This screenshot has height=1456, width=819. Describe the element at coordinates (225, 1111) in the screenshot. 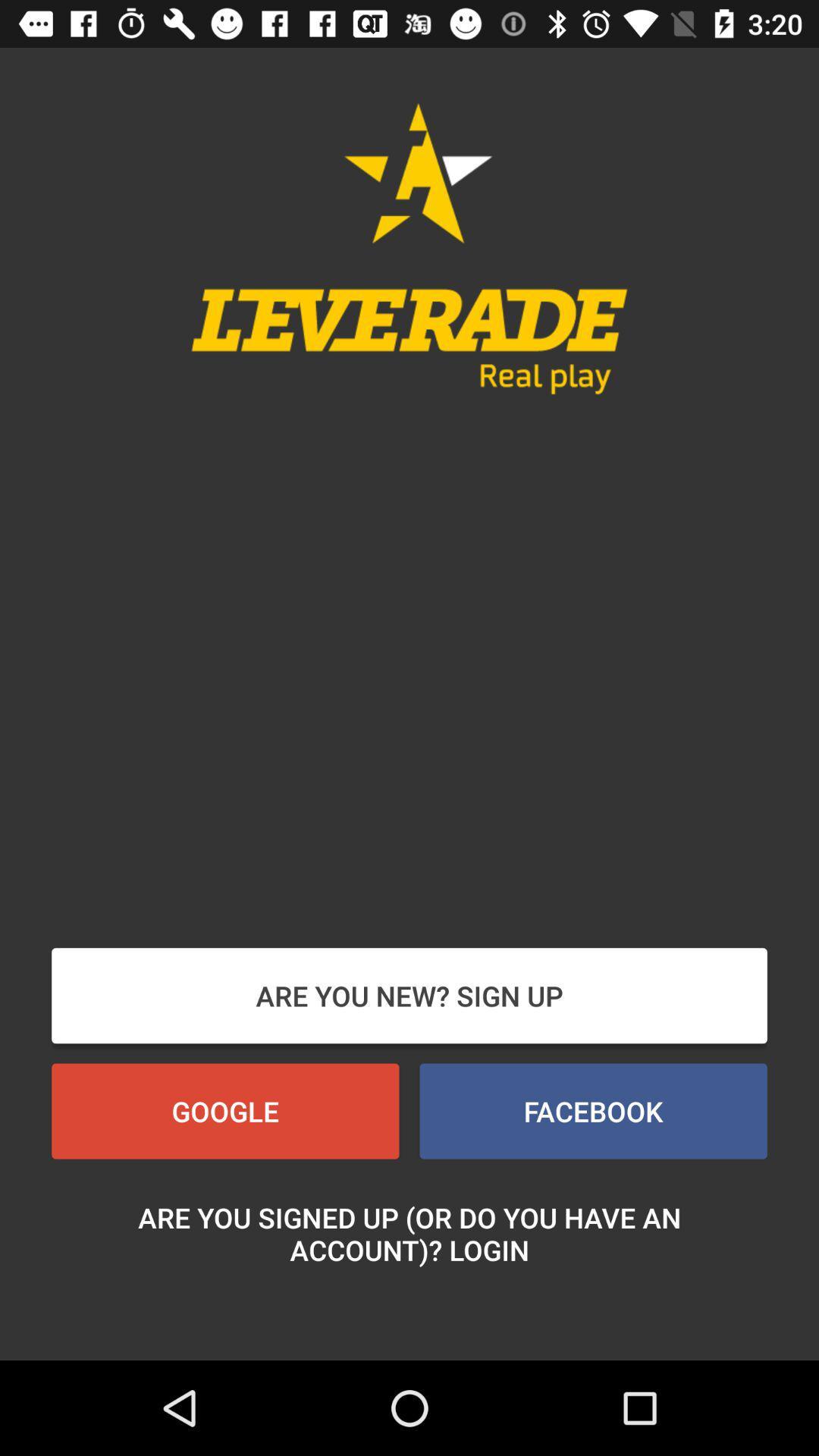

I see `the button above are you signed icon` at that location.